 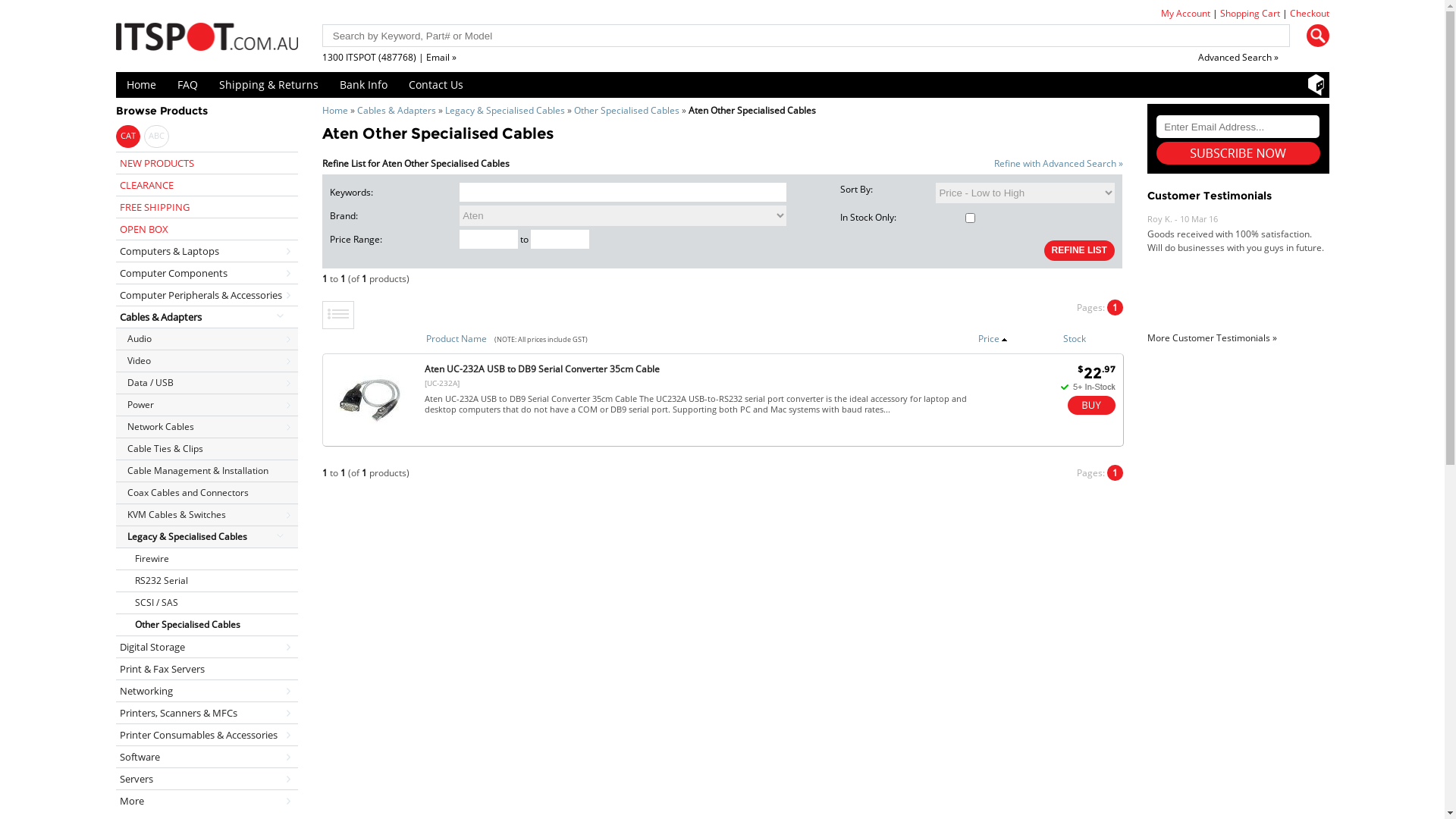 What do you see at coordinates (206, 733) in the screenshot?
I see `'Printer Consumables & Accessories'` at bounding box center [206, 733].